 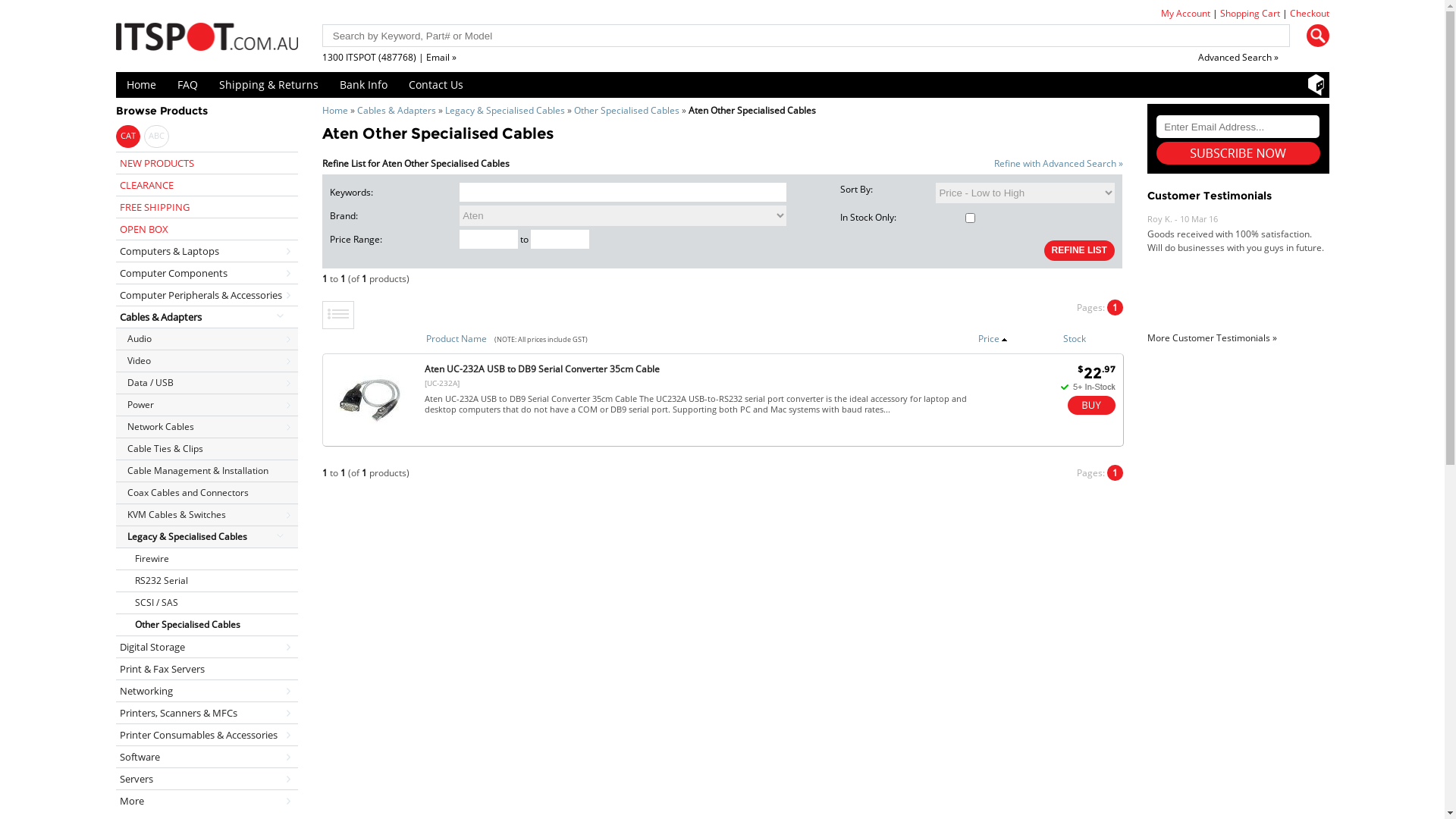 What do you see at coordinates (206, 733) in the screenshot?
I see `'Printer Consumables & Accessories'` at bounding box center [206, 733].